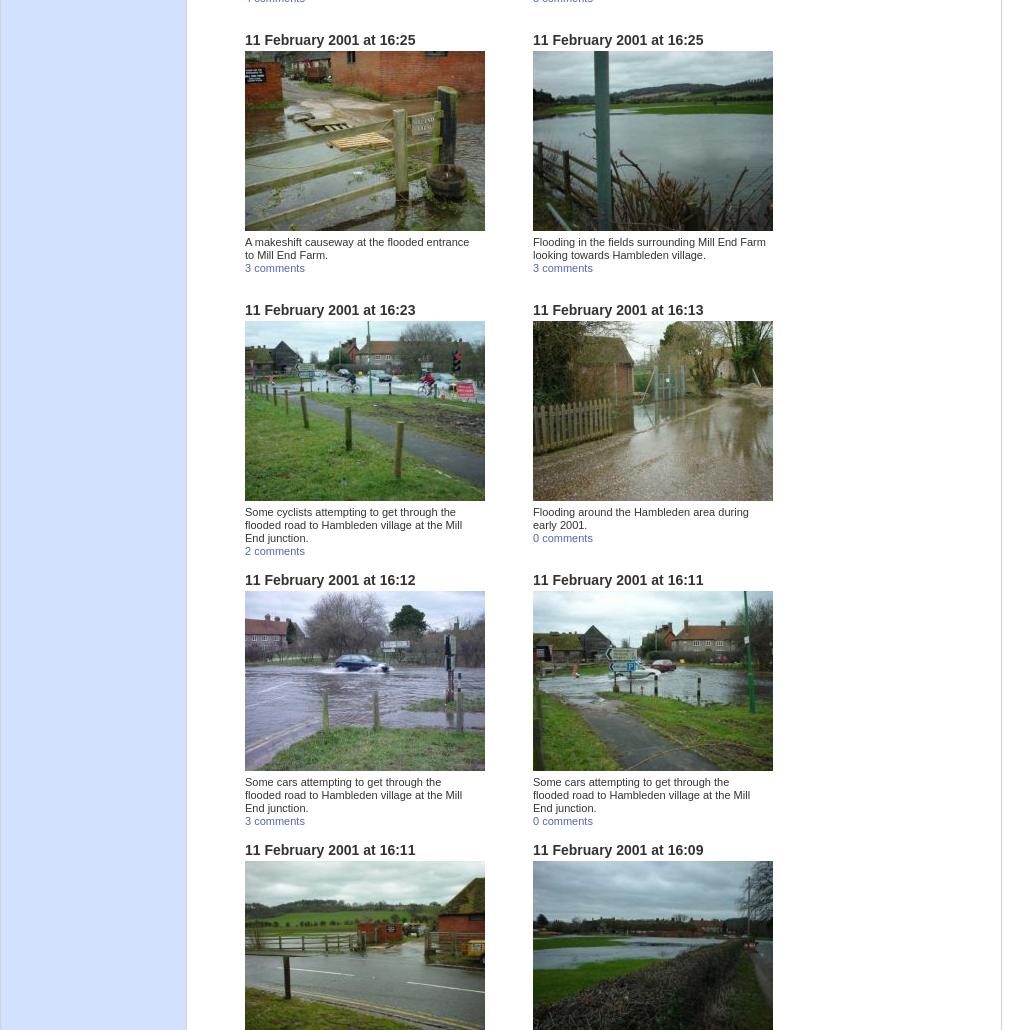 Image resolution: width=1015 pixels, height=1030 pixels. I want to click on '11 February 2001 at 16:13', so click(617, 309).